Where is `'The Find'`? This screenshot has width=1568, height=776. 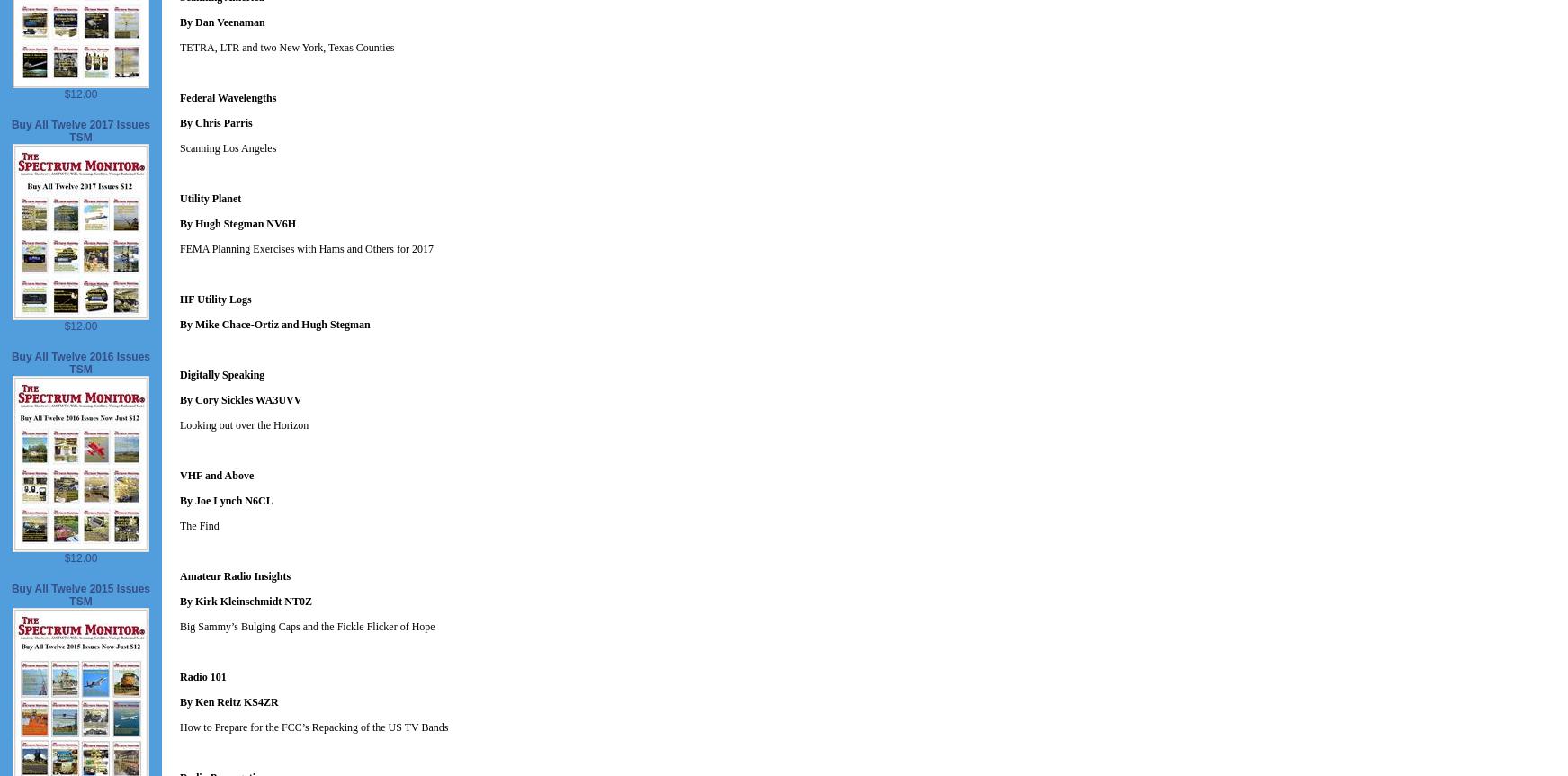
'The Find' is located at coordinates (199, 526).